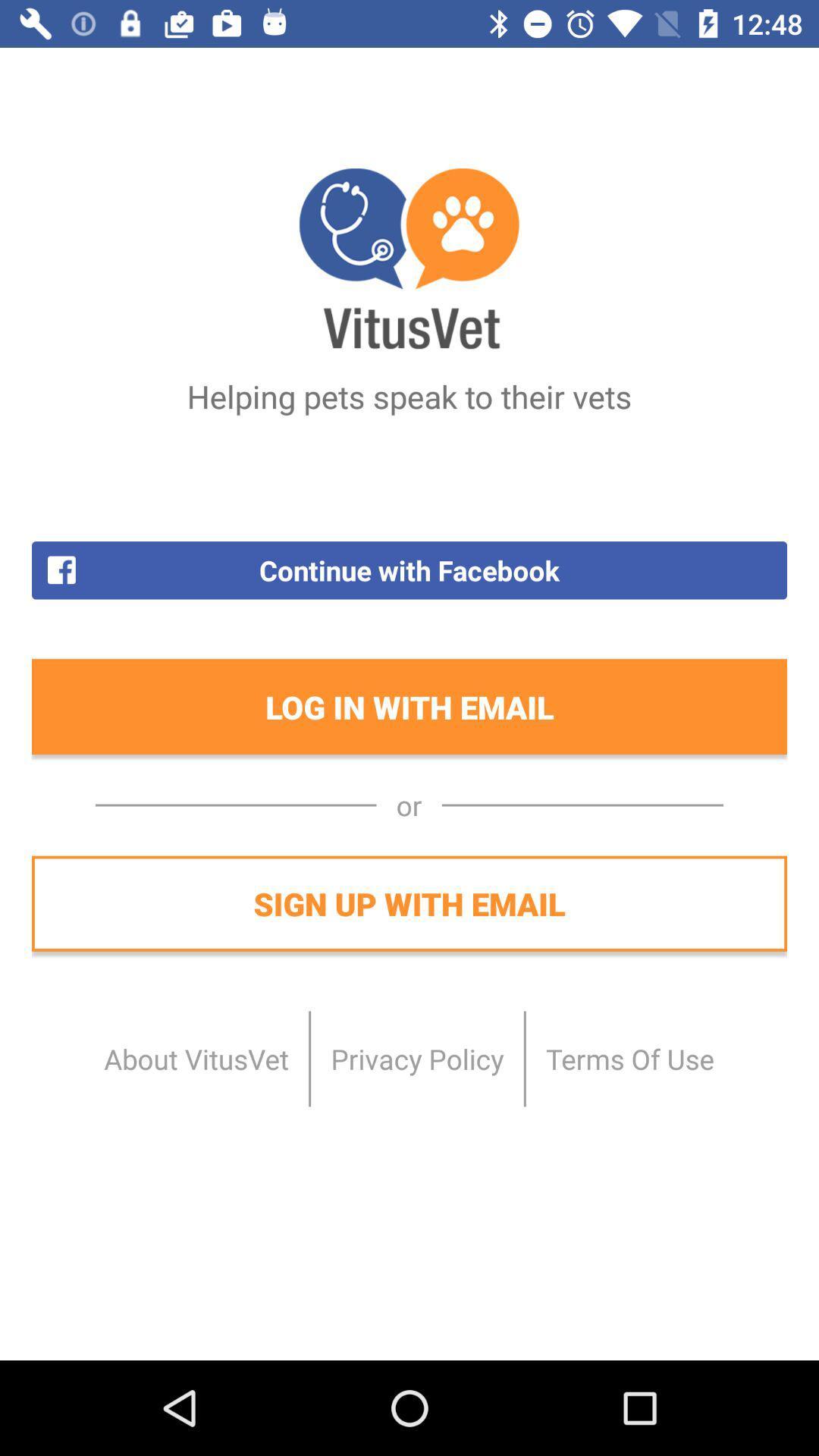 Image resolution: width=819 pixels, height=1456 pixels. Describe the element at coordinates (409, 706) in the screenshot. I see `item above the or item` at that location.